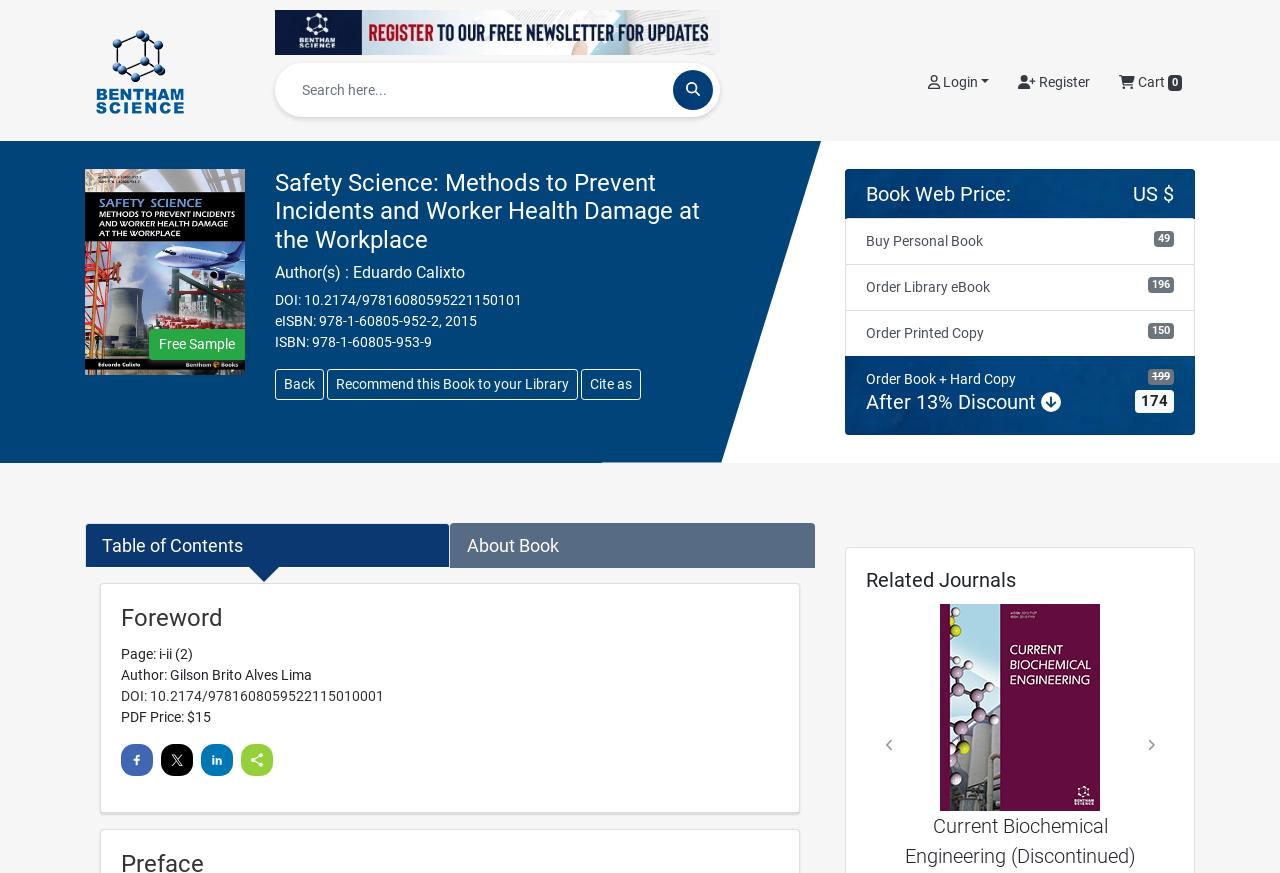 The height and width of the screenshot is (873, 1280). Describe the element at coordinates (1030, 23) in the screenshot. I see `'For Authors & Editors'` at that location.